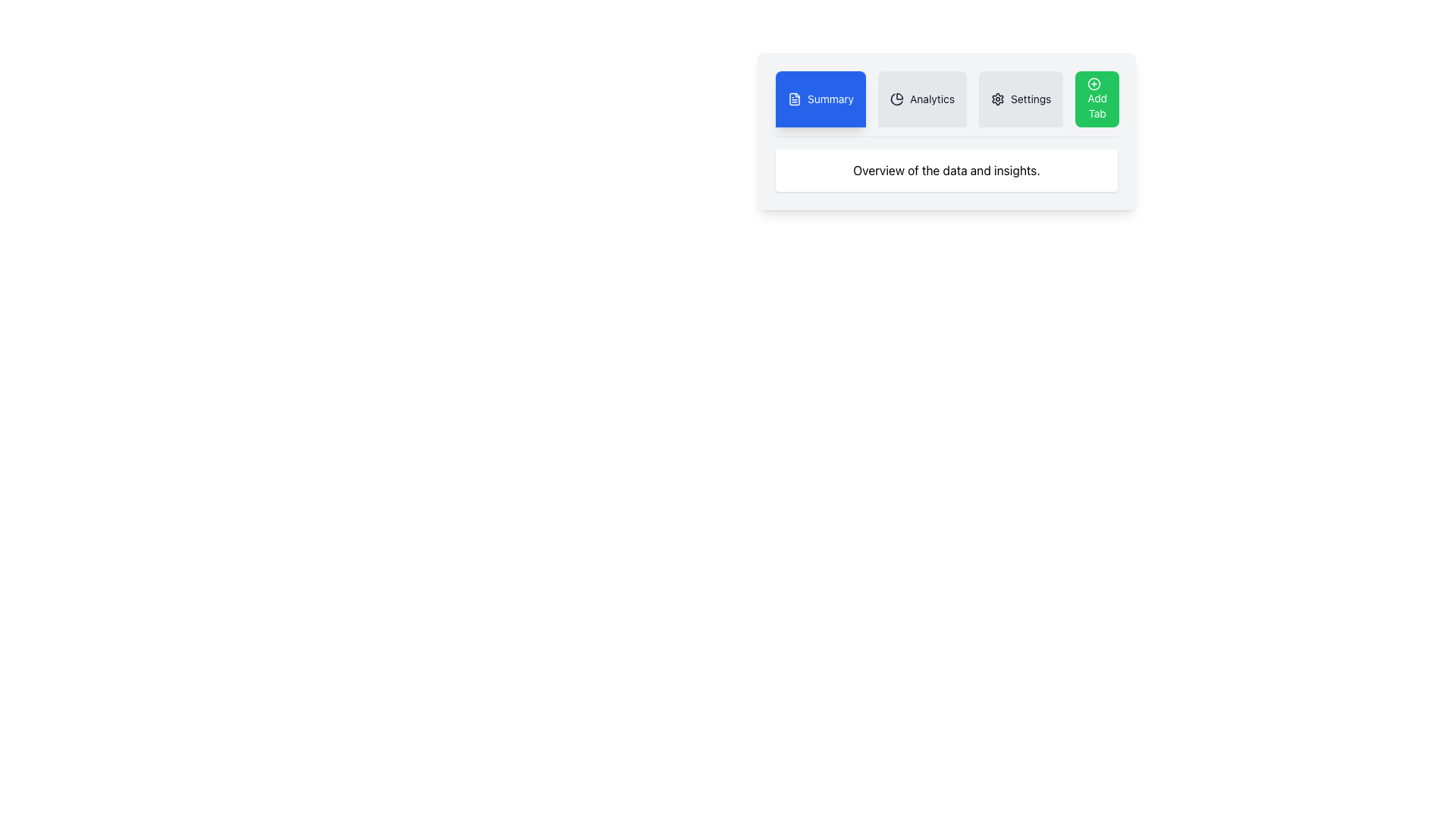 Image resolution: width=1456 pixels, height=819 pixels. Describe the element at coordinates (1097, 99) in the screenshot. I see `the fourth tab-like button located at the top-right of the interface` at that location.